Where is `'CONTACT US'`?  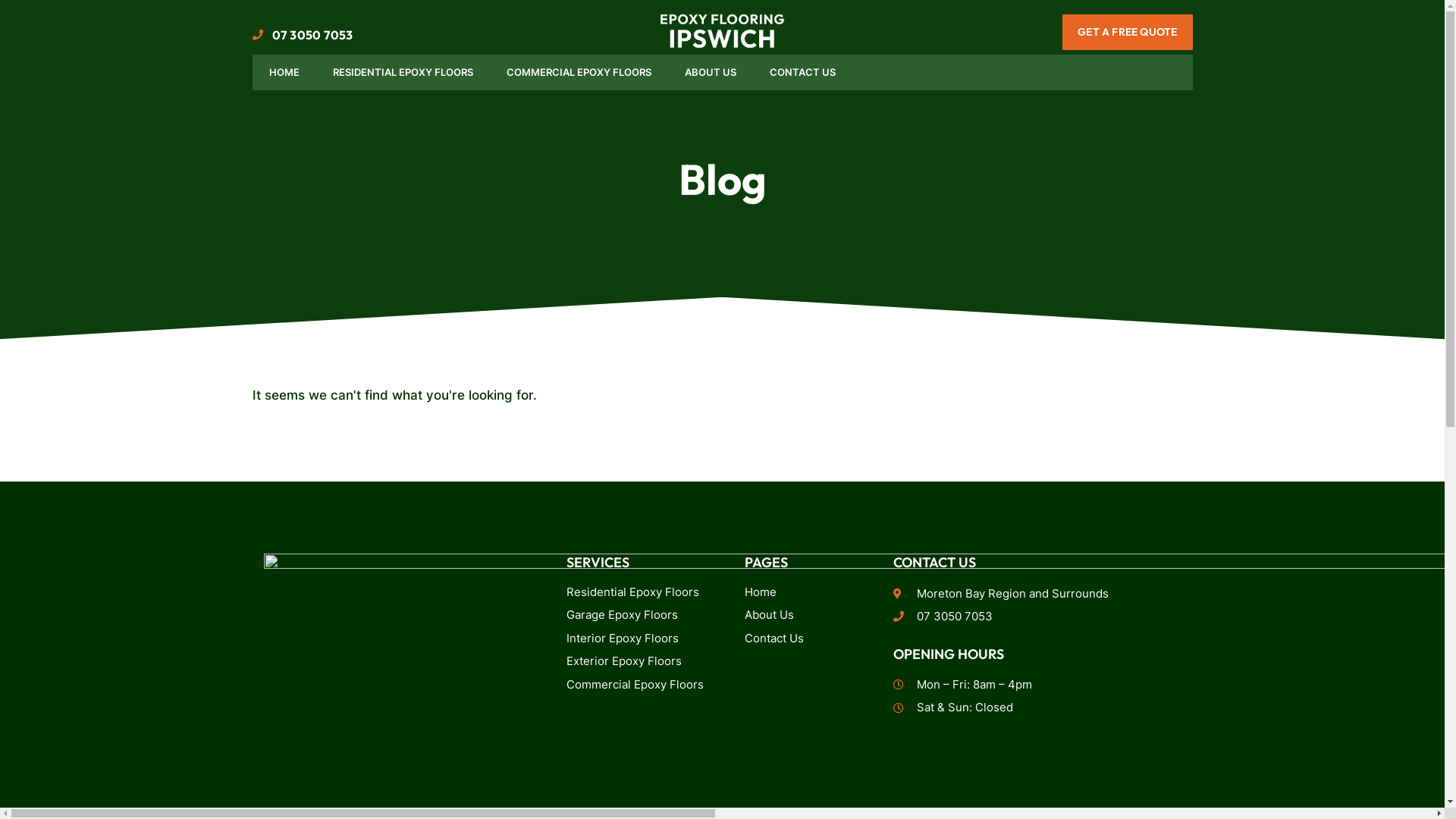
'CONTACT US' is located at coordinates (801, 73).